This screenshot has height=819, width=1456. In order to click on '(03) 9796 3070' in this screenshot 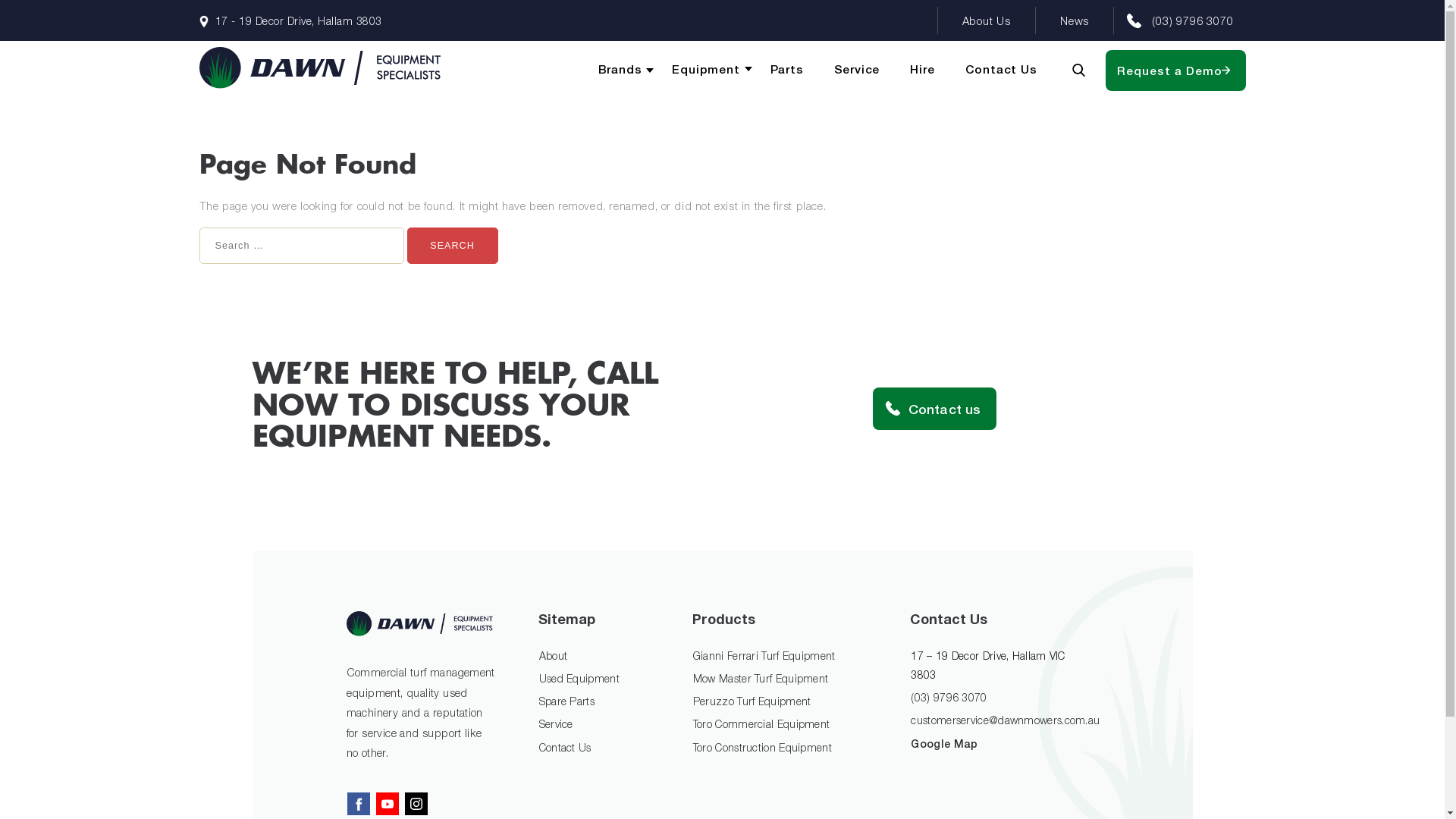, I will do `click(1191, 20)`.